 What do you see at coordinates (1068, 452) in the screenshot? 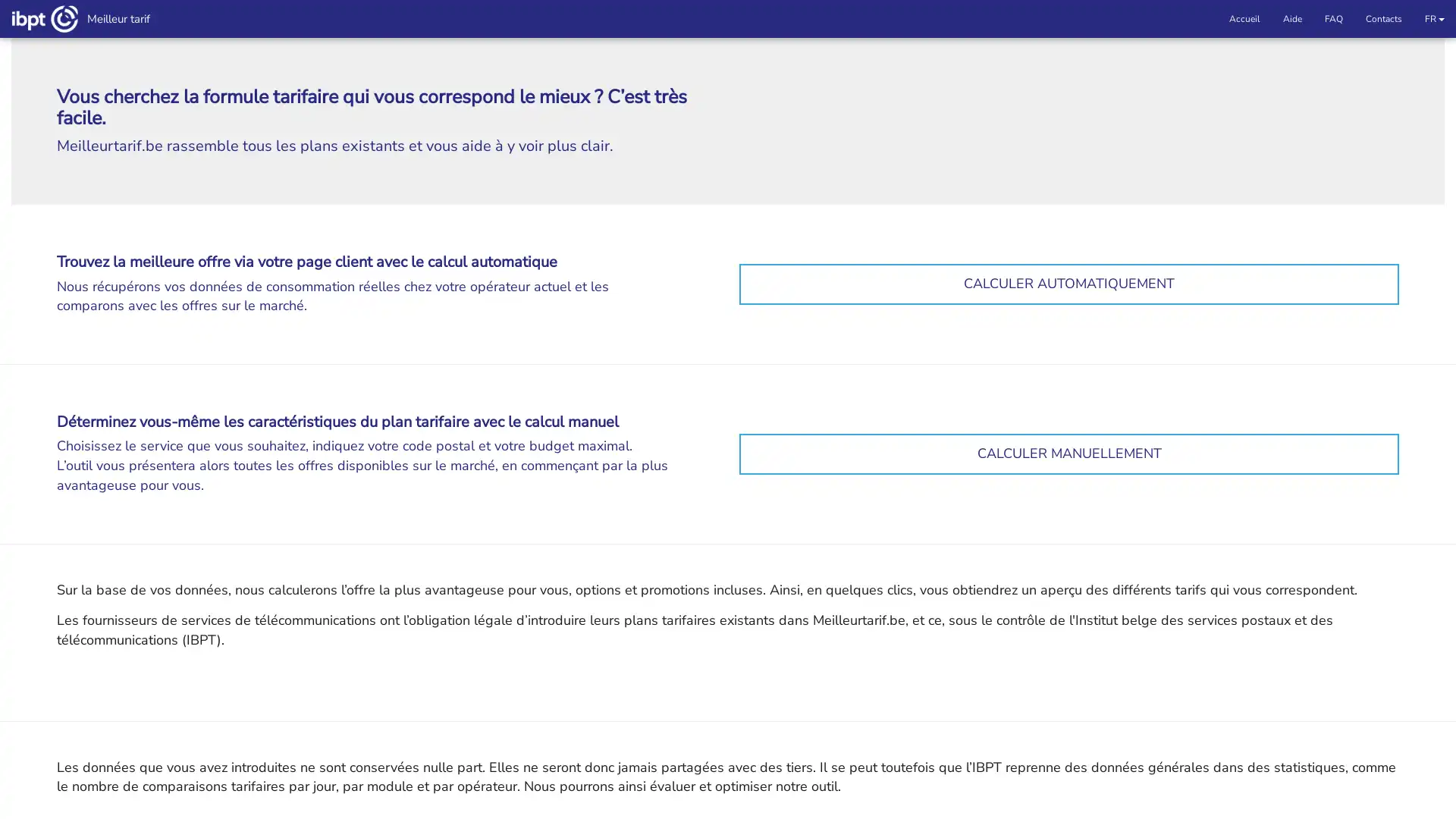
I see `CALCULER MANUELLEMENT` at bounding box center [1068, 452].